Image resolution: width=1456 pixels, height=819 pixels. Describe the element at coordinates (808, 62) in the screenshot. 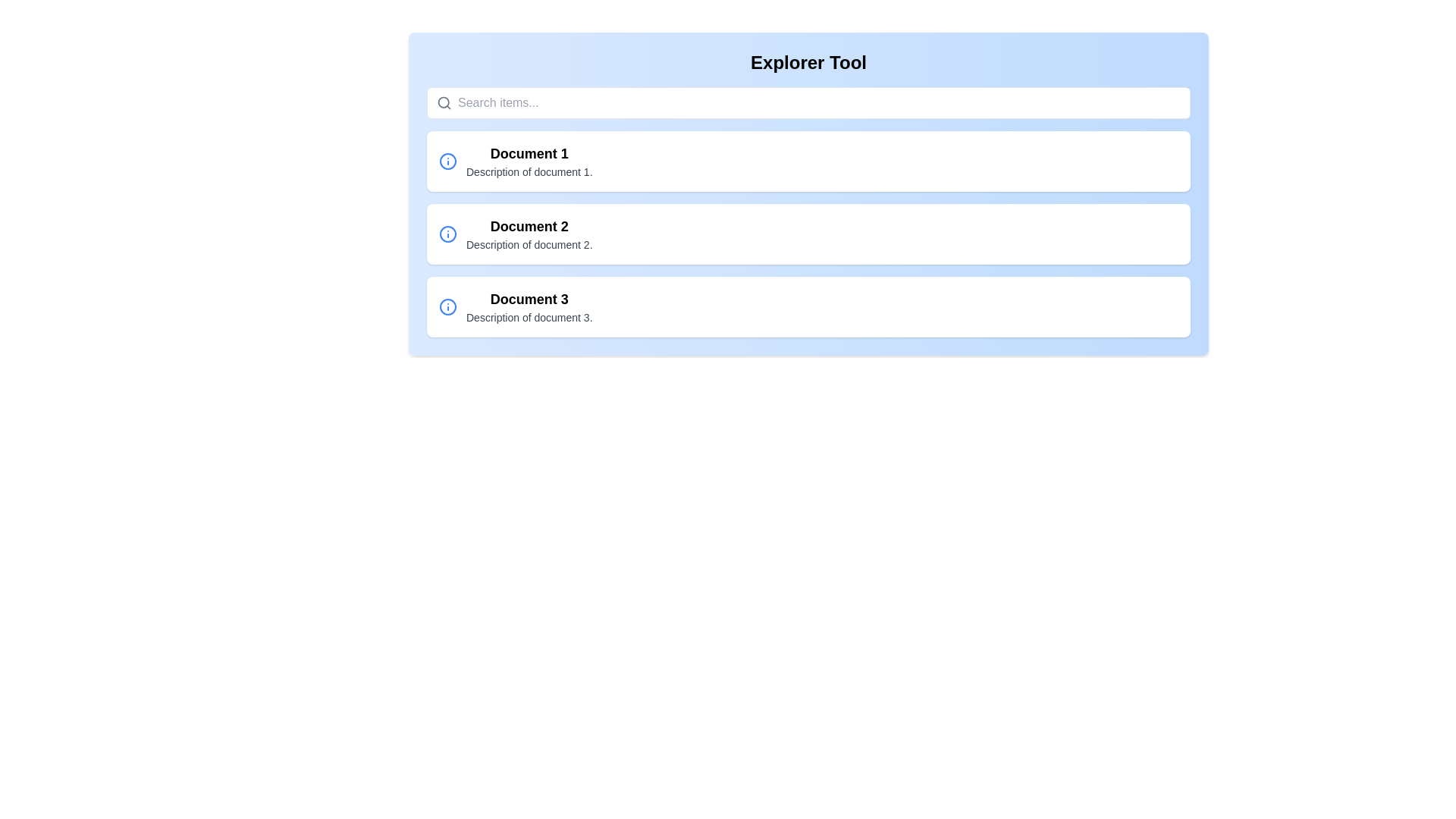

I see `the 'Explorer Tool' text label, which is bold and large, positioned at the top of a section with a gradient blue background` at that location.